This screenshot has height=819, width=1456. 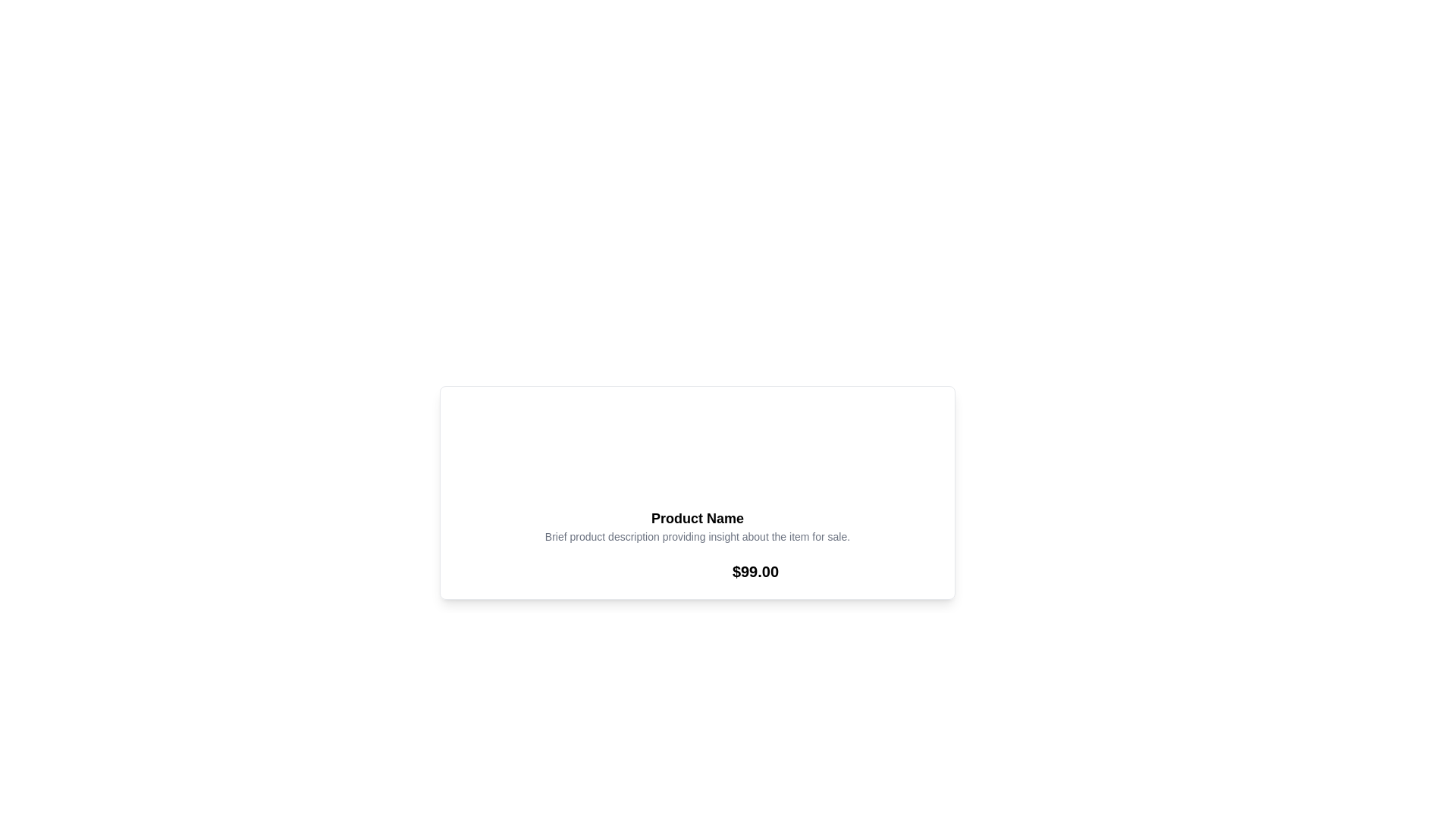 I want to click on the price tag displaying '$99.00', so click(x=755, y=571).